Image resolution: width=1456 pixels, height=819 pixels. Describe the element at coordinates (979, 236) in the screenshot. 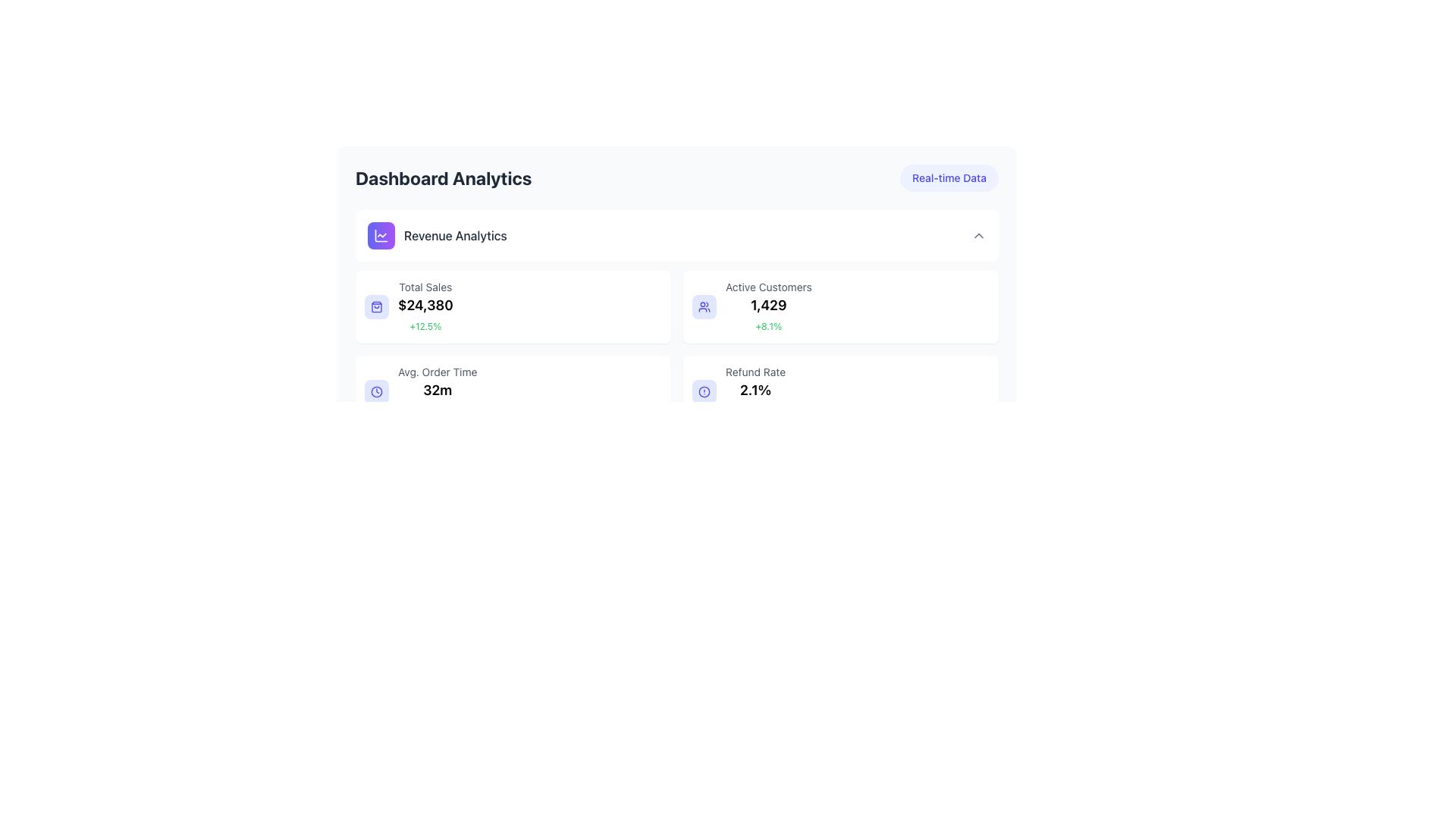

I see `the chevron icon located at the far right of the 'Revenue Analytics' header bar` at that location.